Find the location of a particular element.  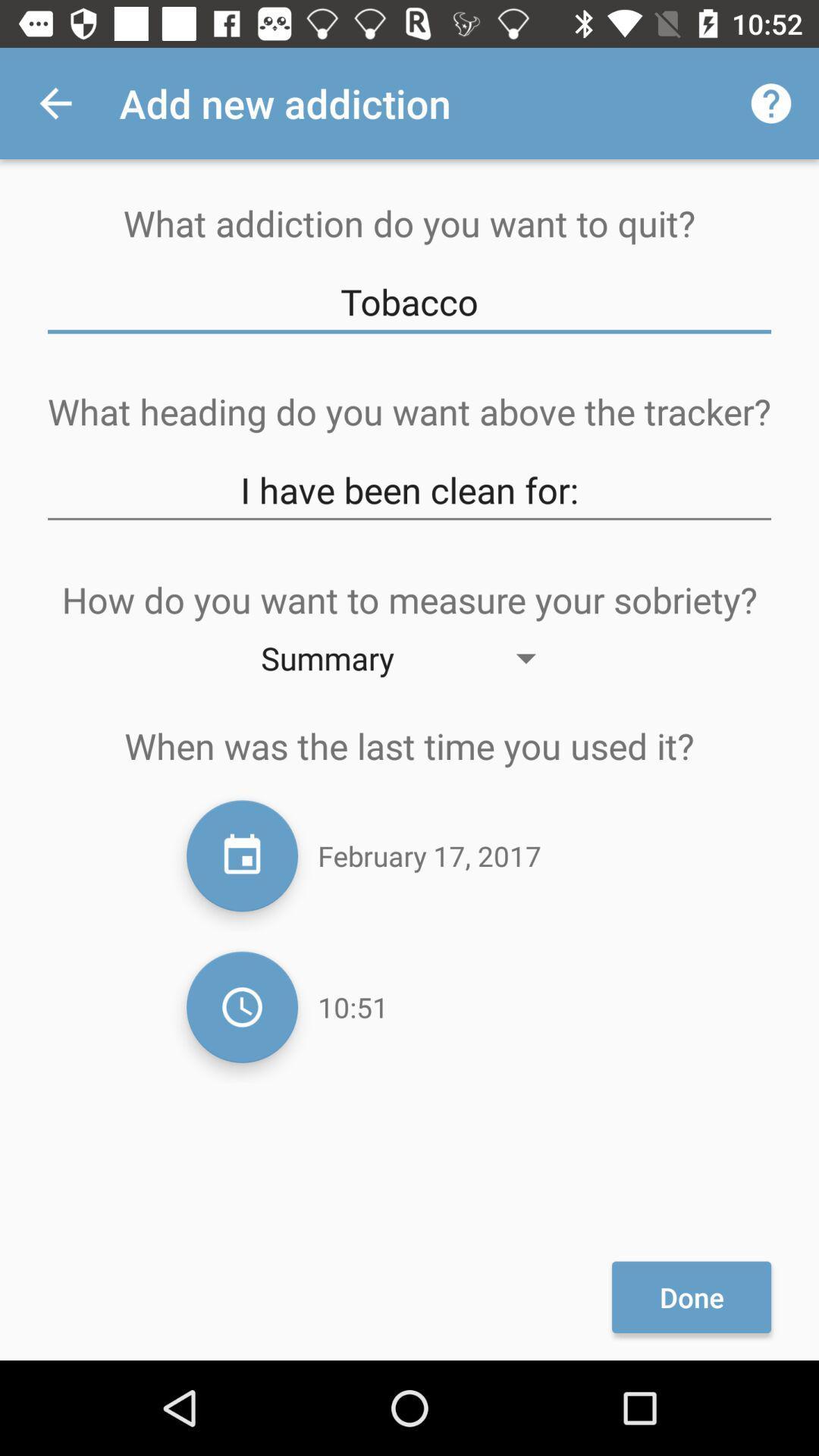

the date_range icon is located at coordinates (241, 855).